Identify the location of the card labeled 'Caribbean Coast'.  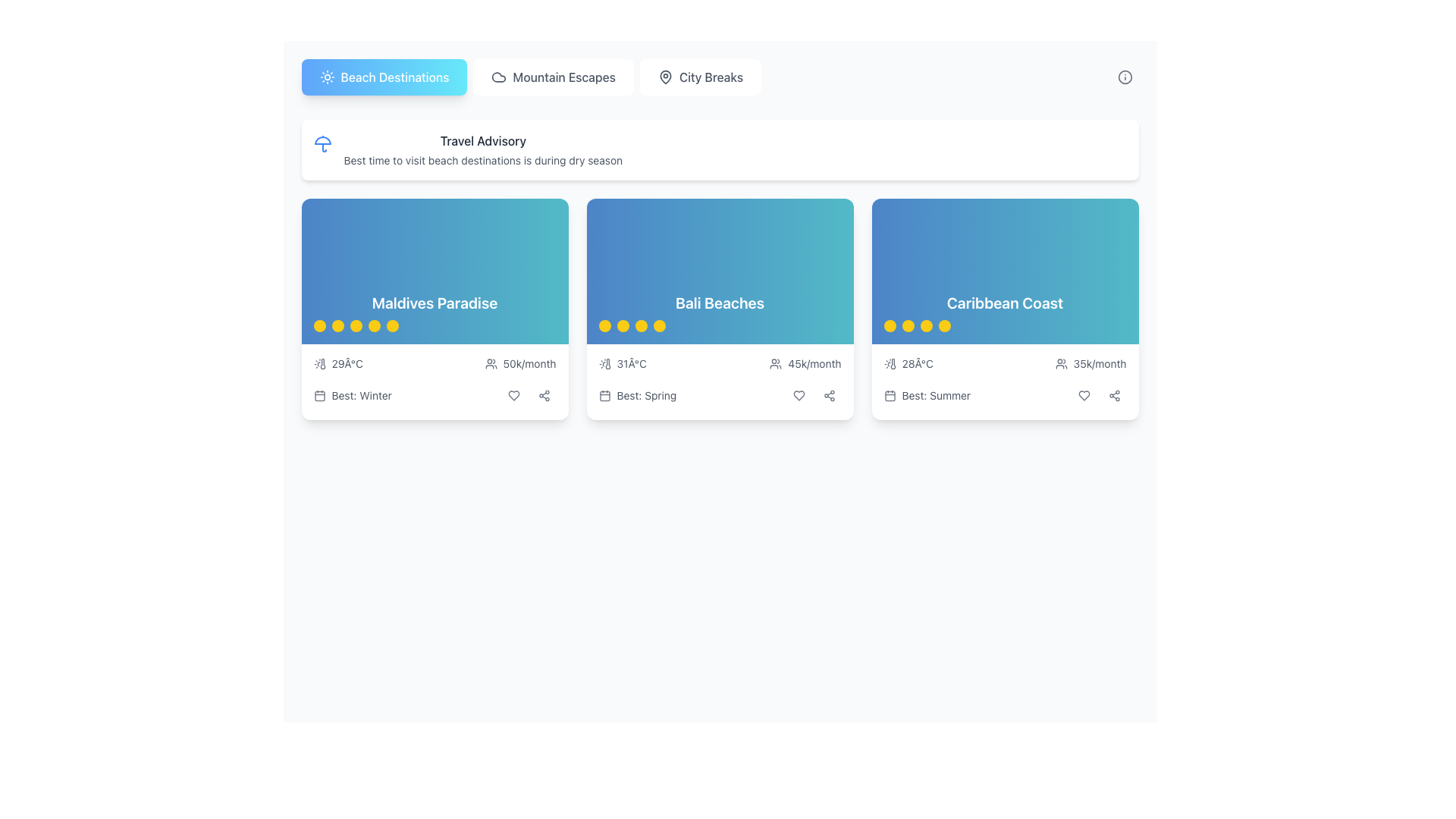
(1005, 312).